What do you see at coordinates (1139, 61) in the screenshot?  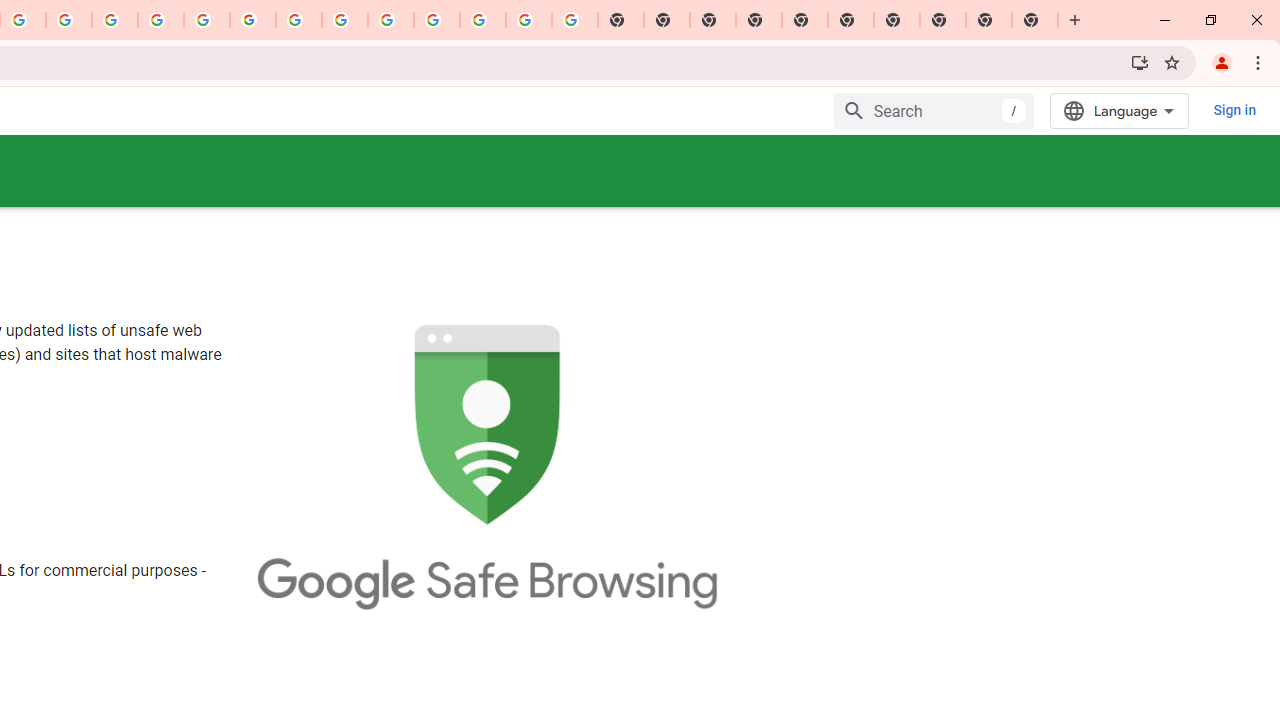 I see `'Install Google Developers'` at bounding box center [1139, 61].